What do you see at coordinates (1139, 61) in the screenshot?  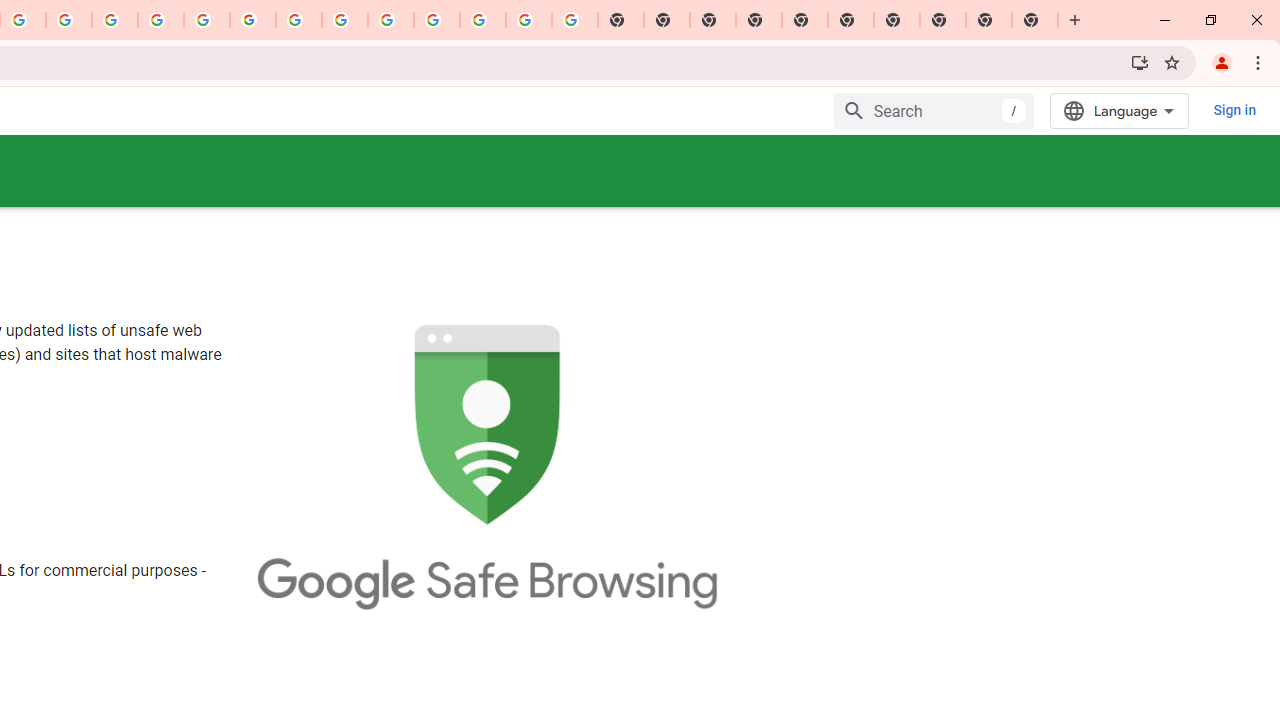 I see `'Install Google Developers'` at bounding box center [1139, 61].